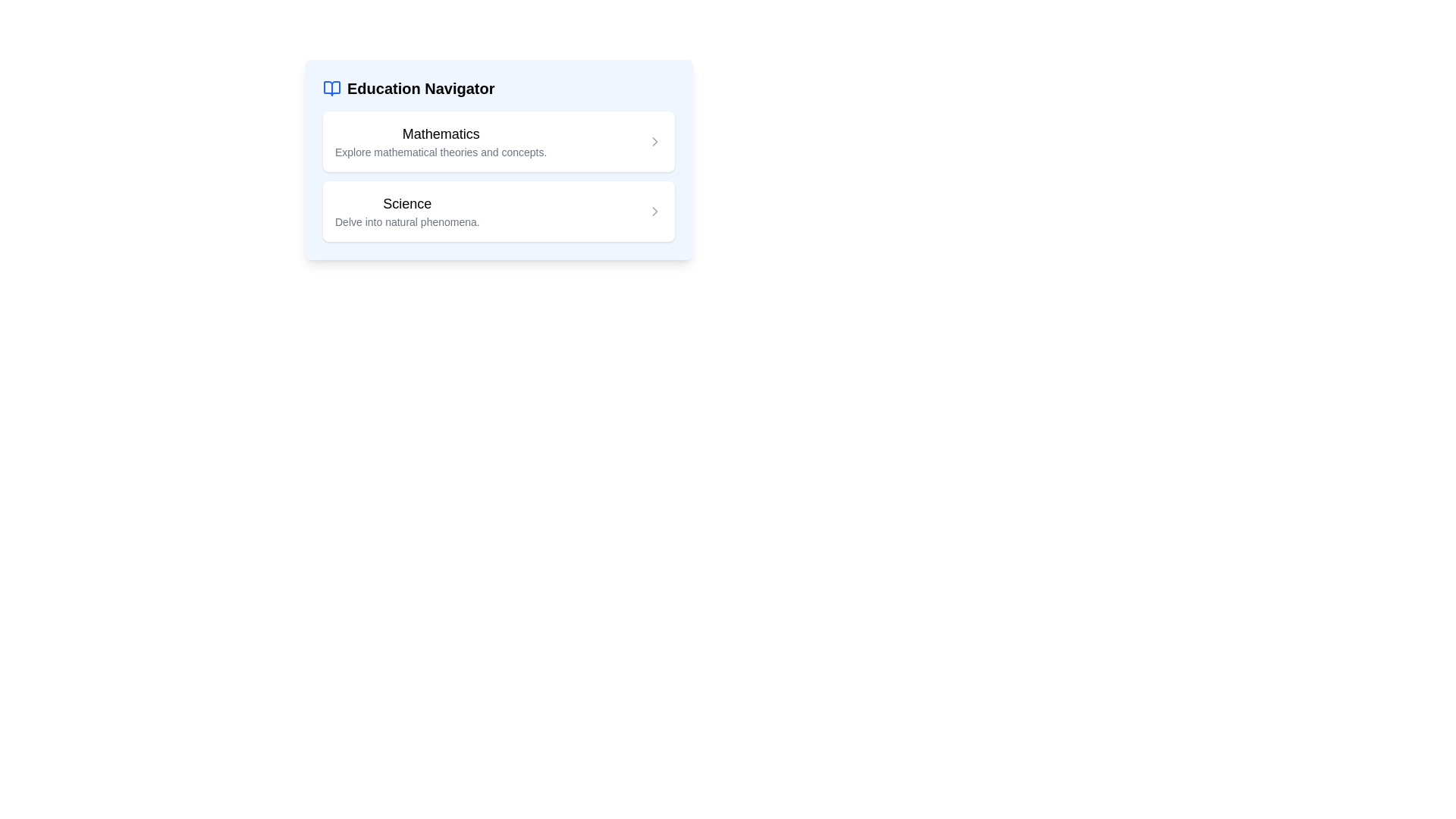 The image size is (1456, 819). What do you see at coordinates (421, 88) in the screenshot?
I see `the 'Education Navigator' text label element, which is a bold, extra-large font label positioned to the right of a small open book icon within a light blue card layout` at bounding box center [421, 88].